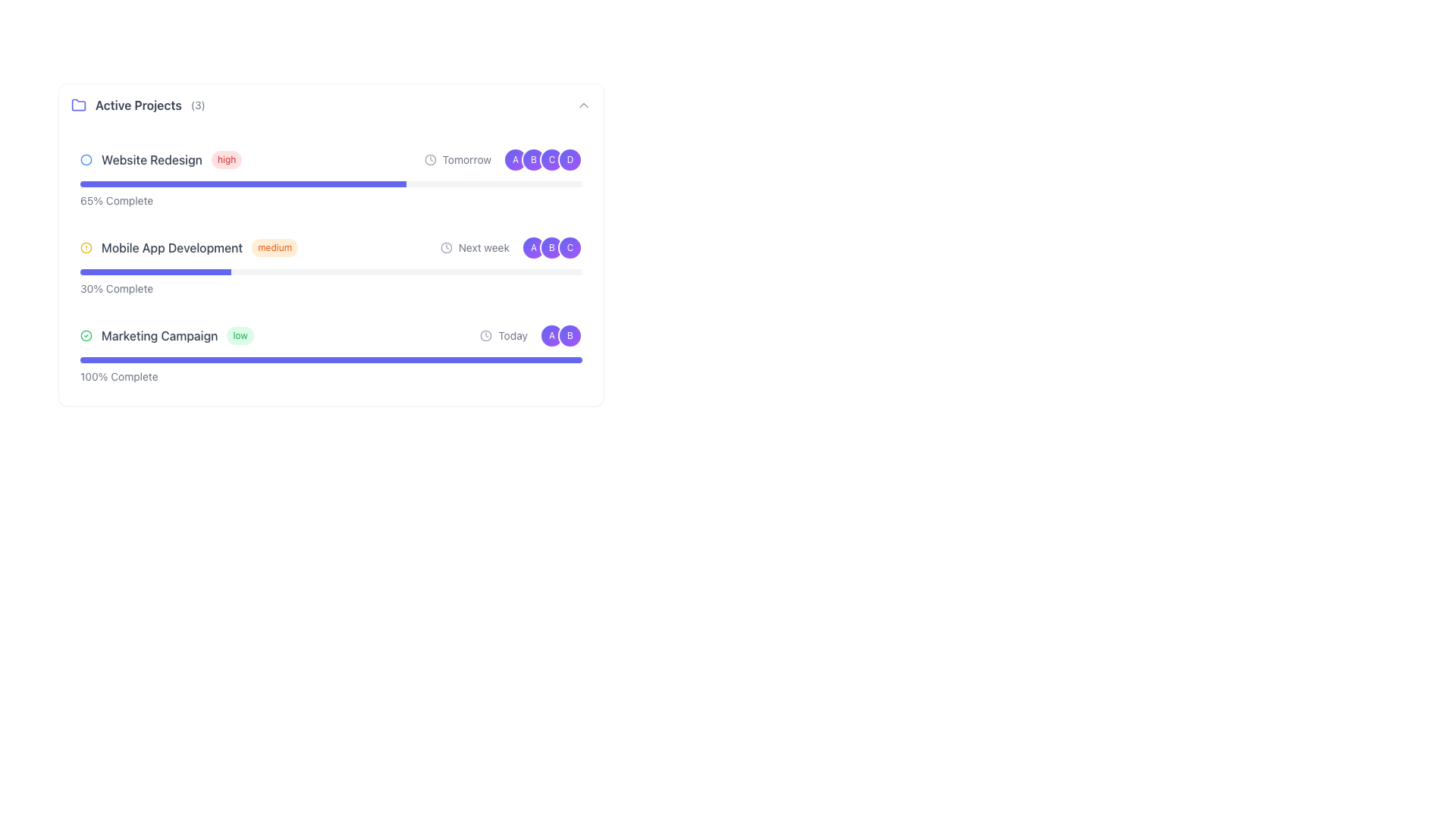 This screenshot has height=819, width=1456. Describe the element at coordinates (116, 289) in the screenshot. I see `text from the Progress label that displays '30% Complete', which is styled in gray and located beneath the 'Mobile App Development' label` at that location.